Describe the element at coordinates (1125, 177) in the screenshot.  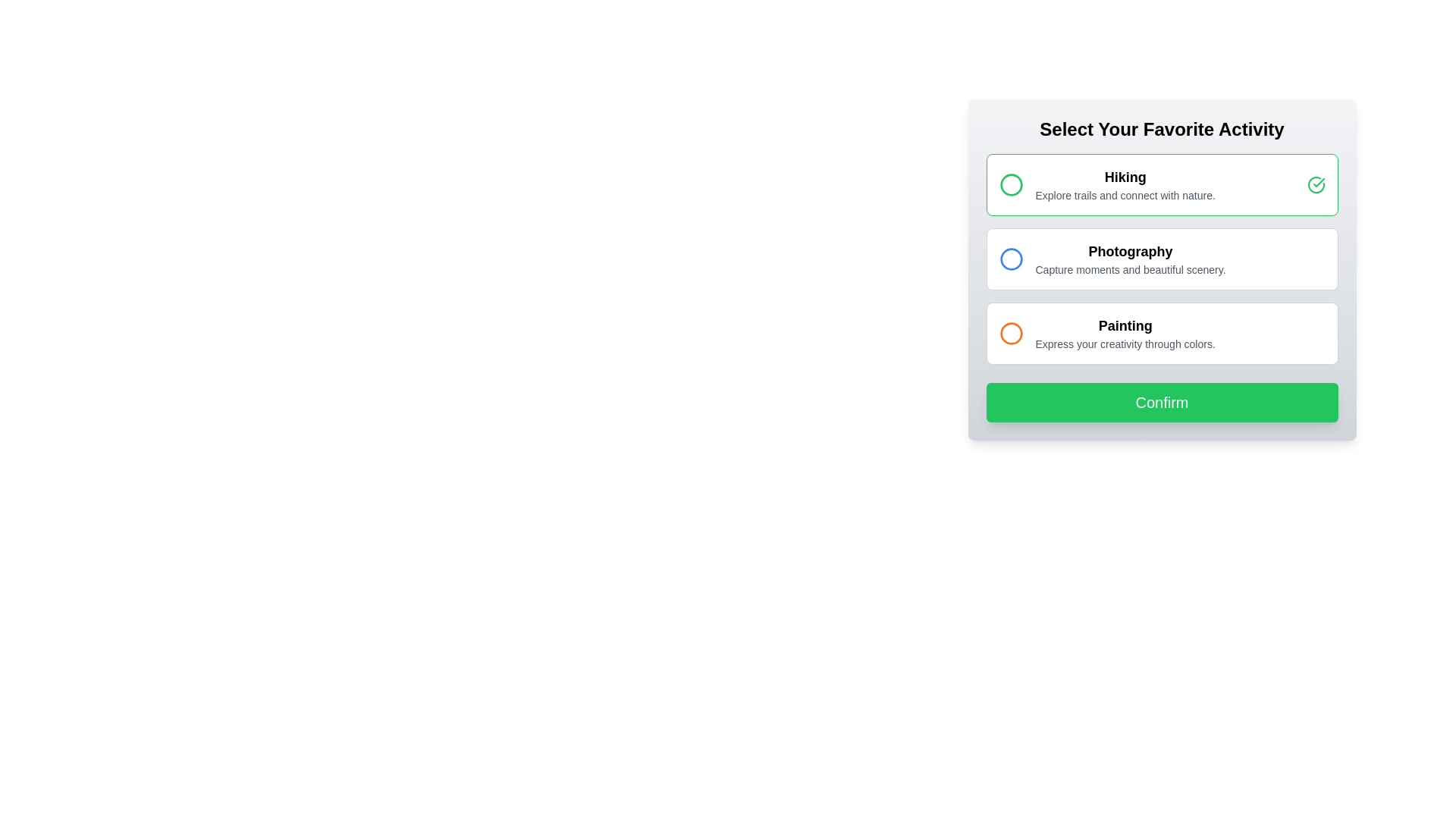
I see `the 'Hiking' activity heading located at the top of the list within the card-like interface` at that location.